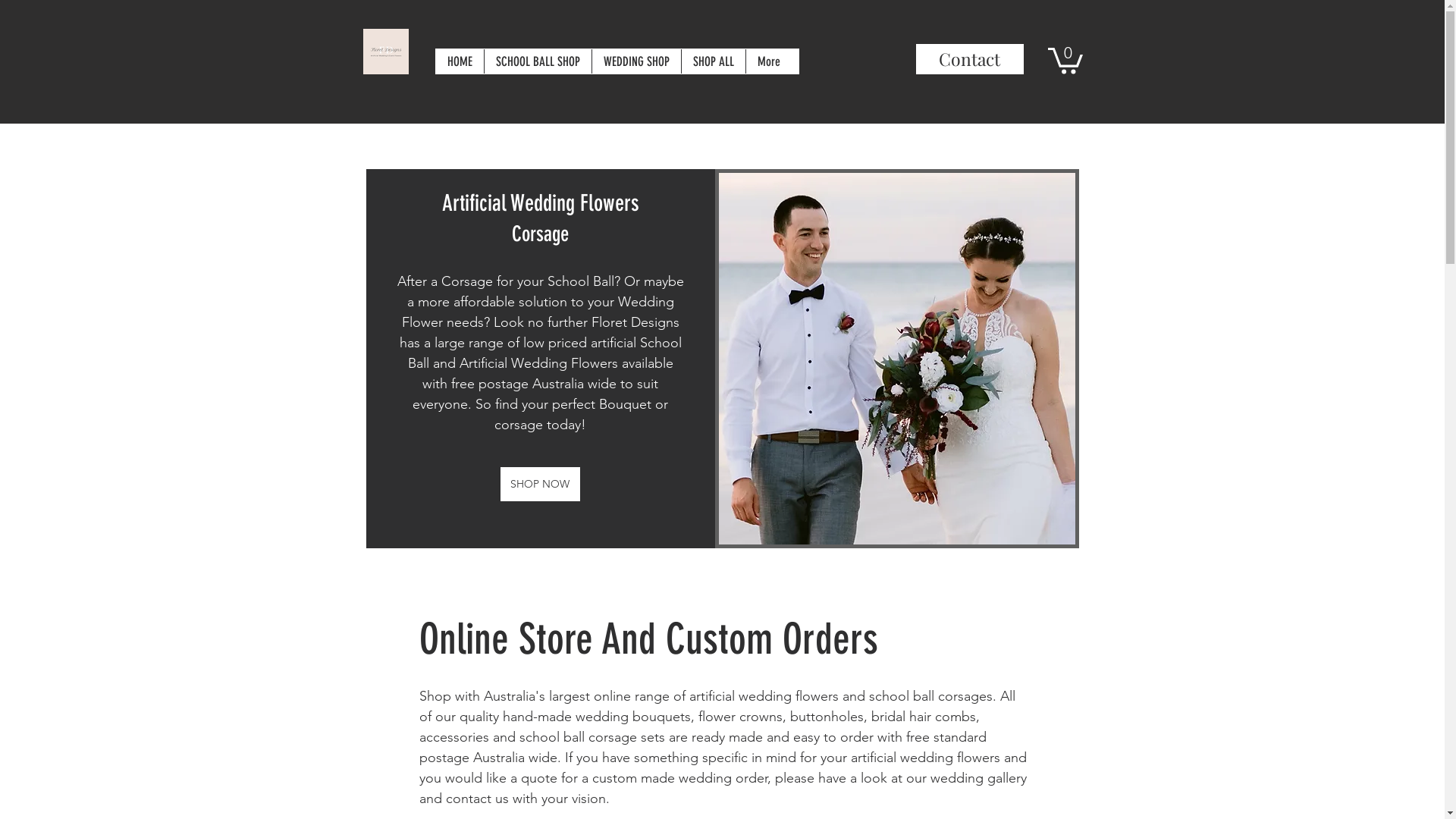  I want to click on 'HOME', so click(458, 61).